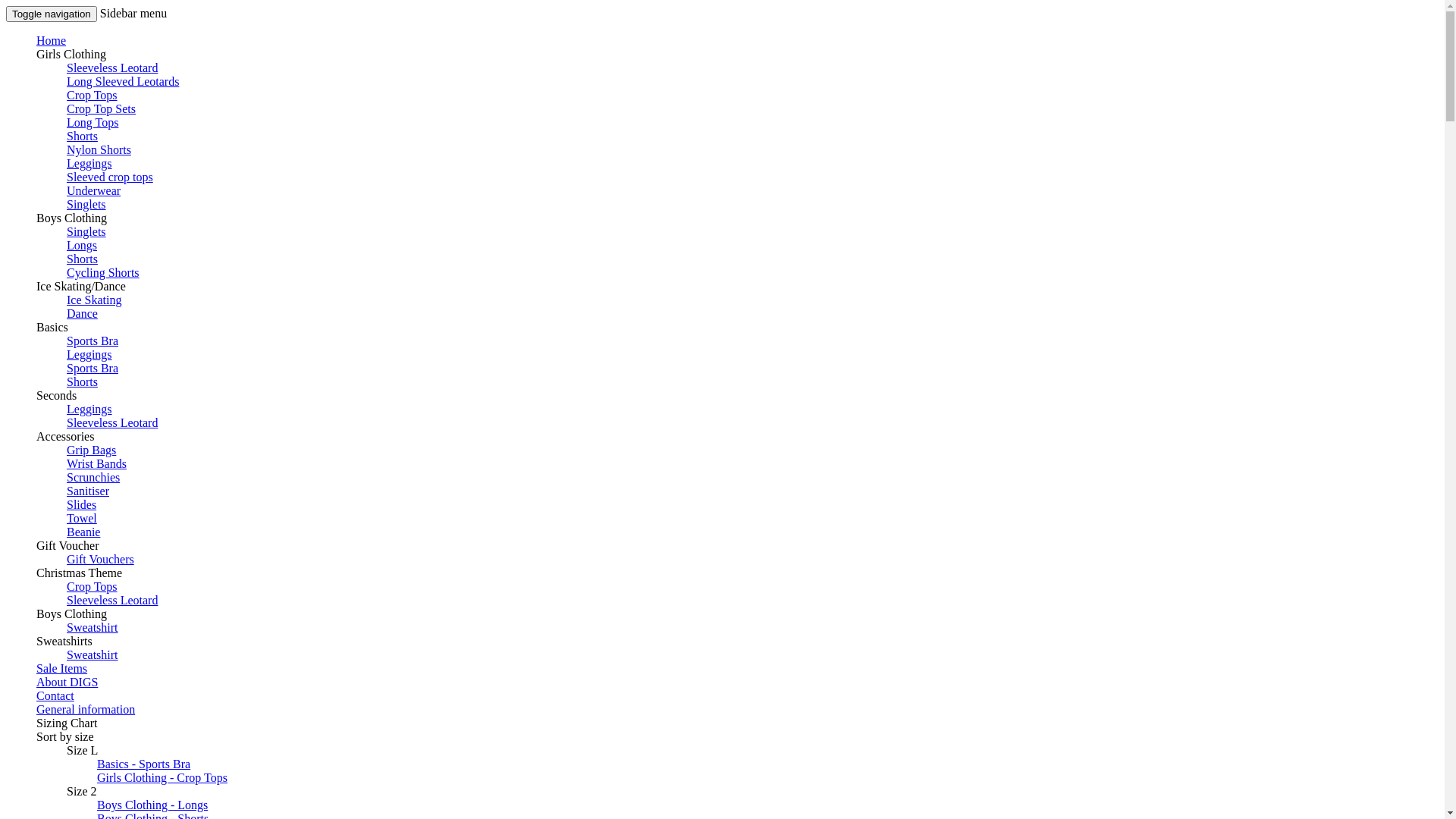 This screenshot has height=819, width=1456. Describe the element at coordinates (83, 531) in the screenshot. I see `'Beanie'` at that location.